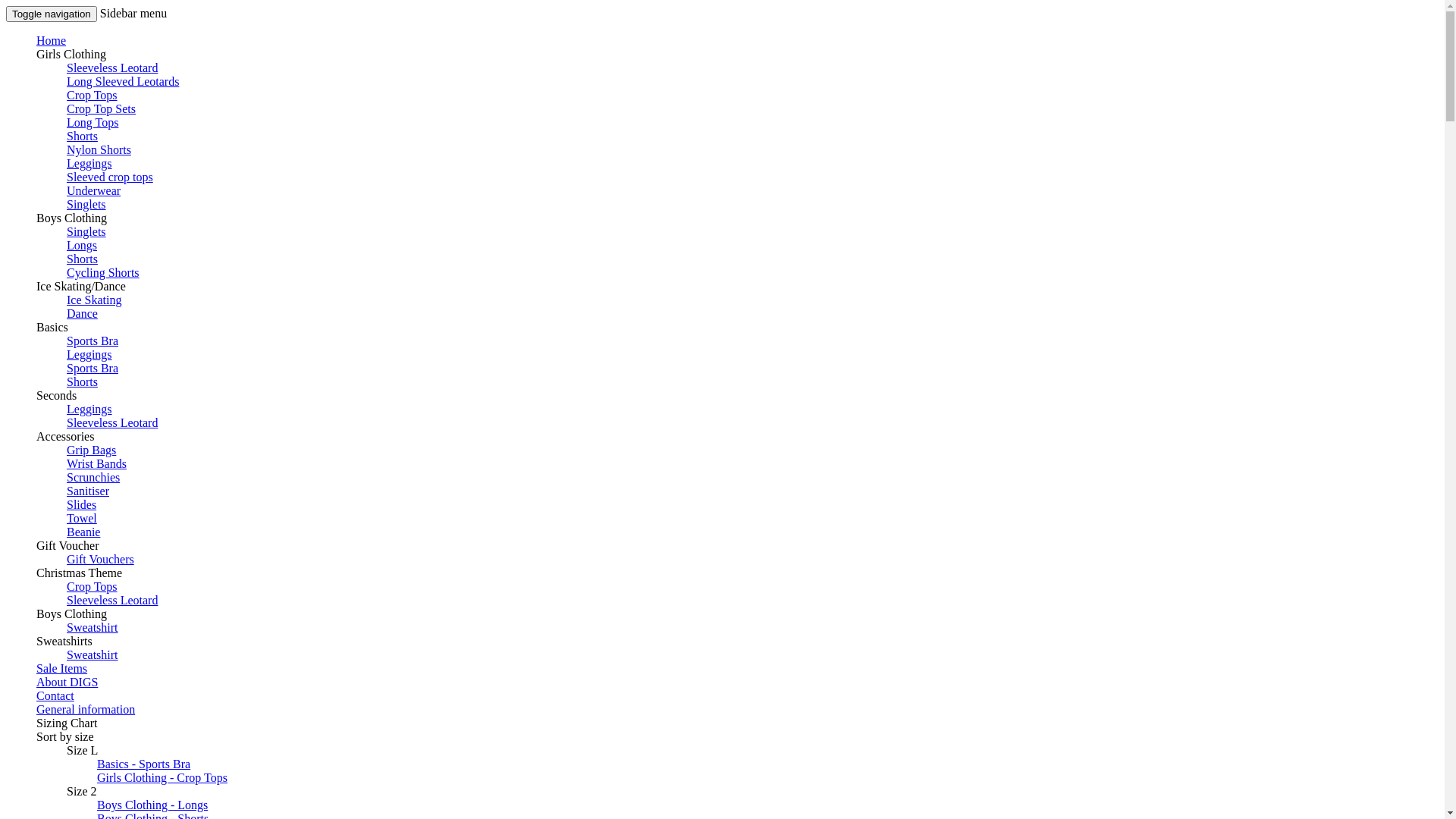 This screenshot has height=819, width=1456. Describe the element at coordinates (83, 531) in the screenshot. I see `'Beanie'` at that location.